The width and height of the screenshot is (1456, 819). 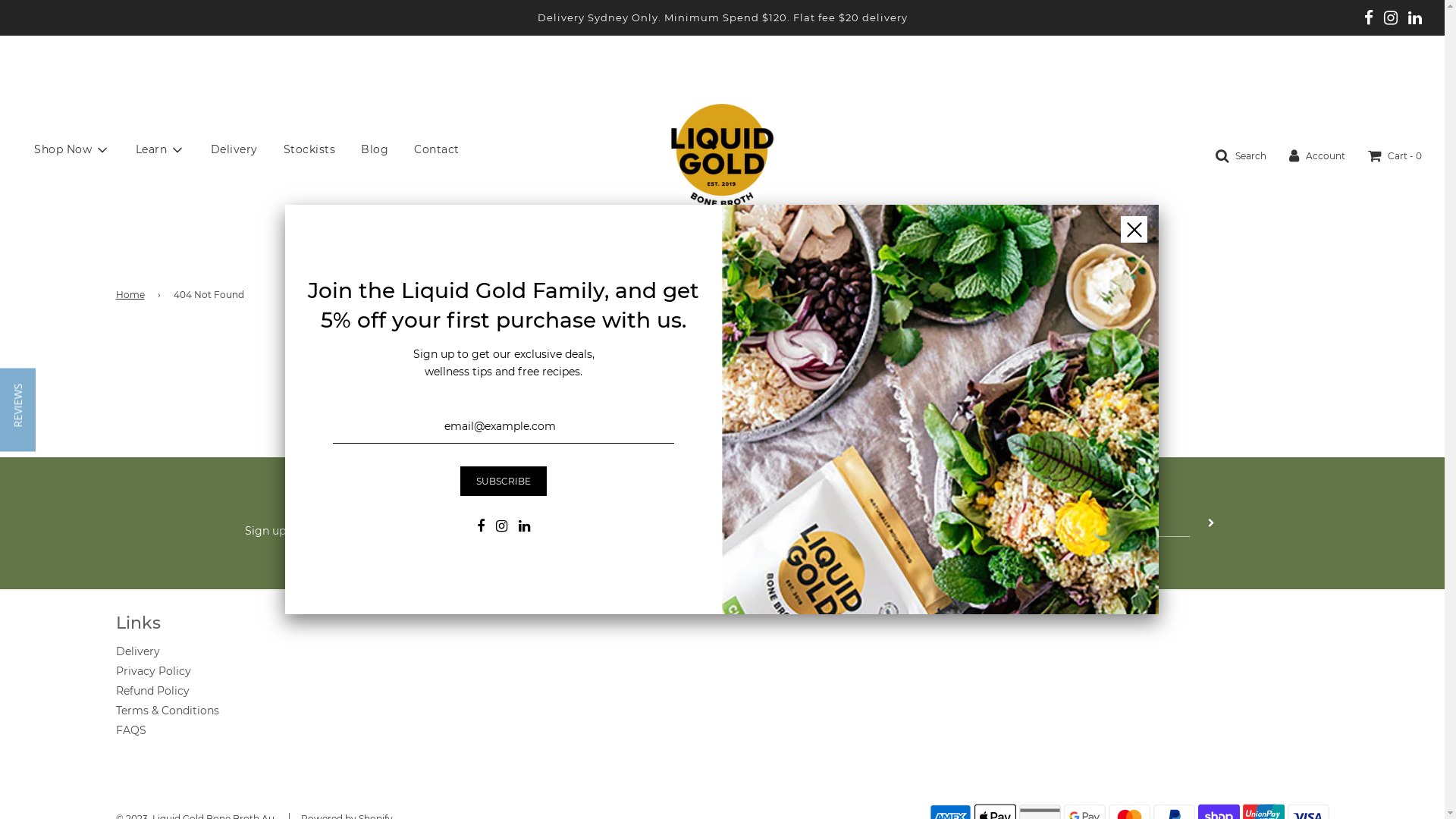 I want to click on 'Account', so click(x=1316, y=155).